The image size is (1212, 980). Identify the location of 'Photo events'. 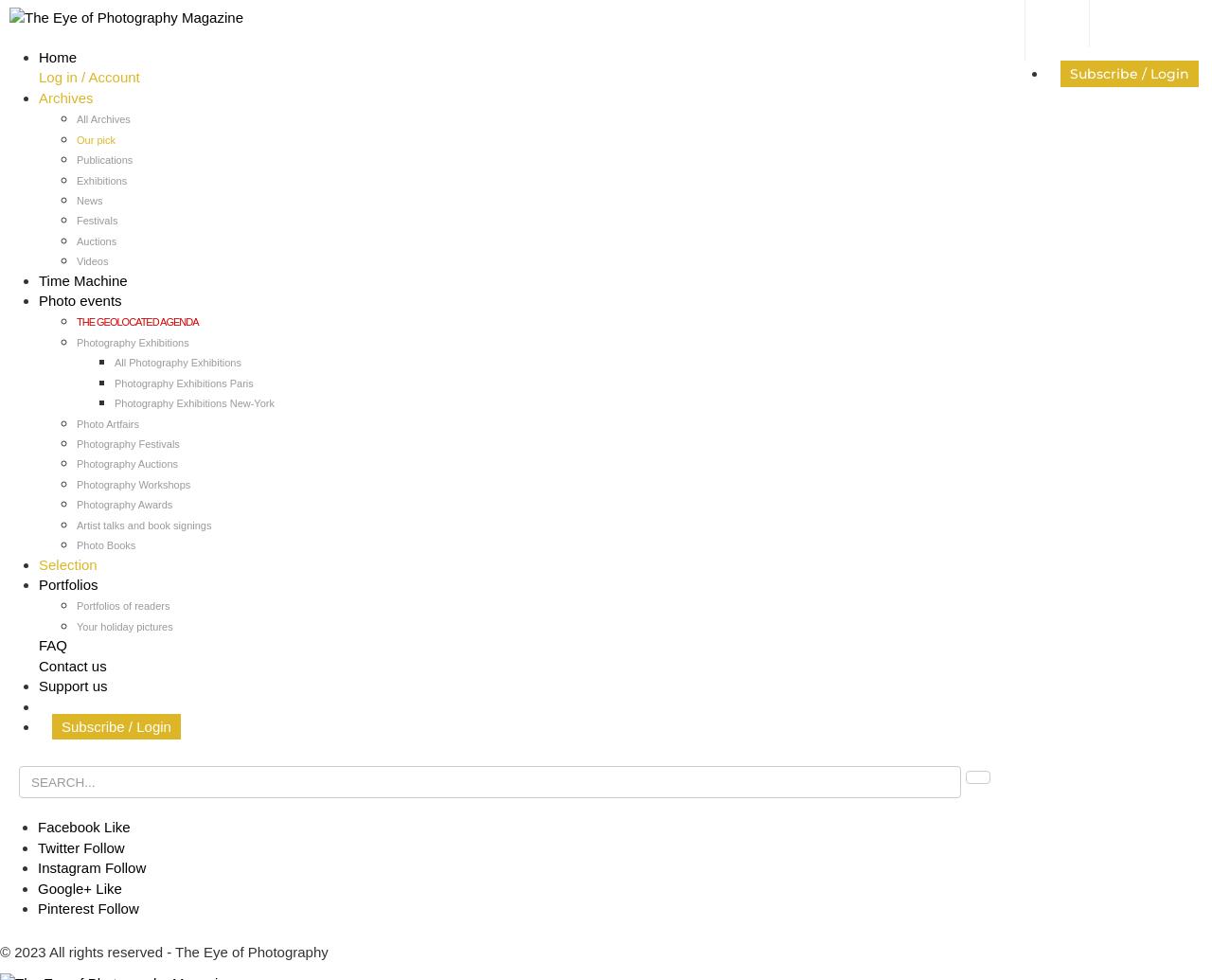
(79, 300).